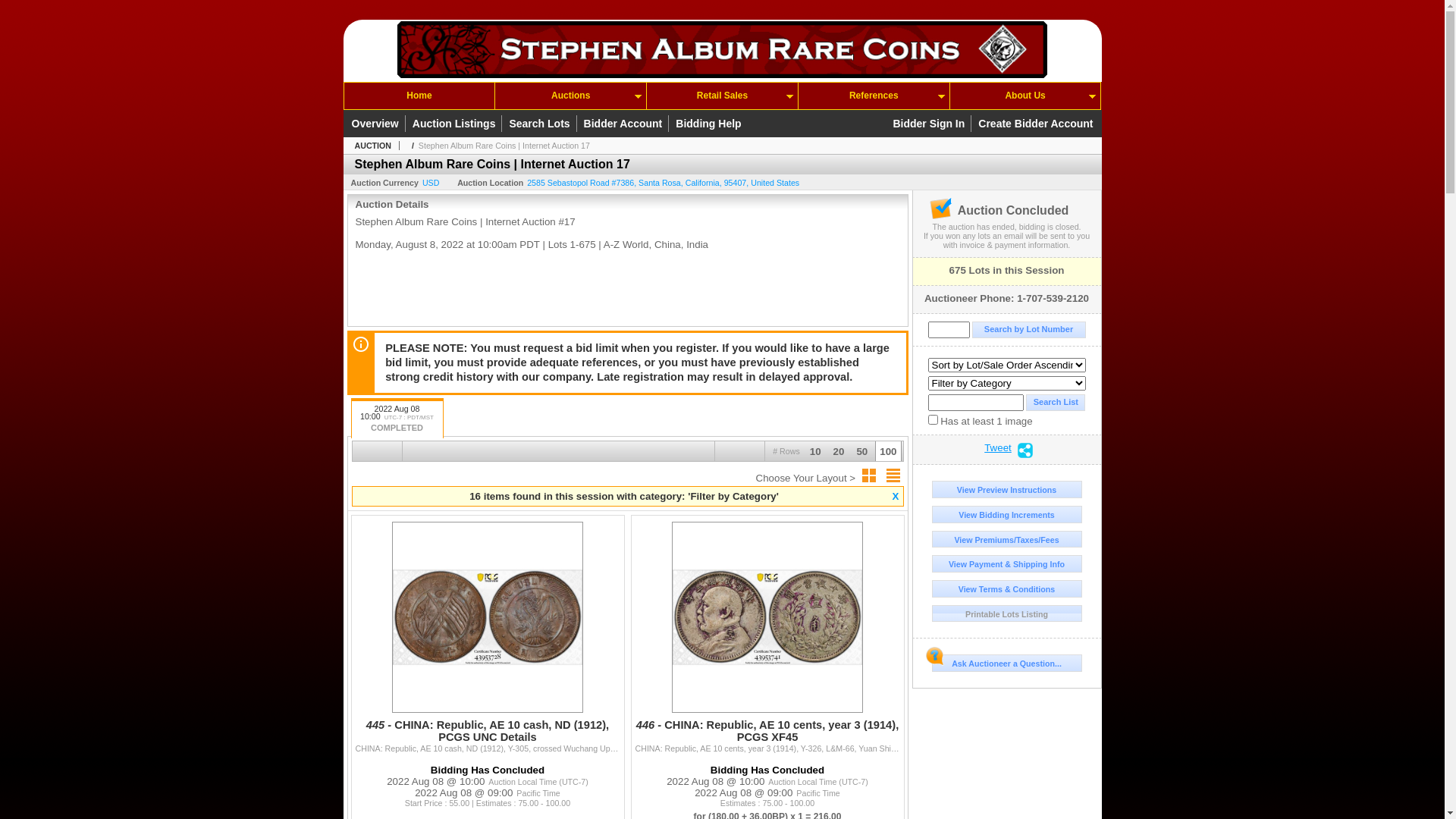 The image size is (1456, 819). What do you see at coordinates (874, 455) in the screenshot?
I see `'100'` at bounding box center [874, 455].